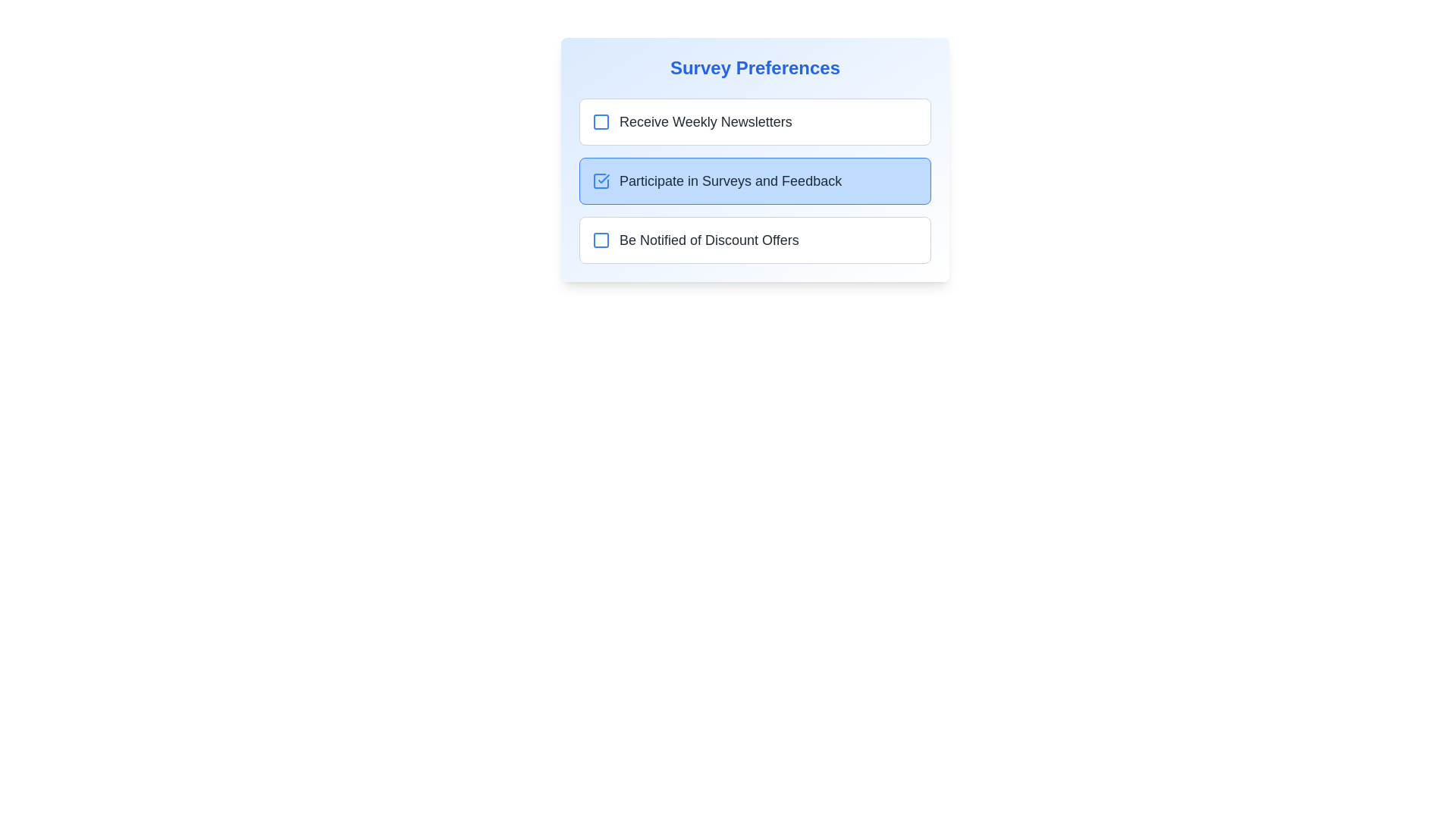 The height and width of the screenshot is (819, 1456). Describe the element at coordinates (755, 121) in the screenshot. I see `the label 'Receive Weekly Newsletters'` at that location.